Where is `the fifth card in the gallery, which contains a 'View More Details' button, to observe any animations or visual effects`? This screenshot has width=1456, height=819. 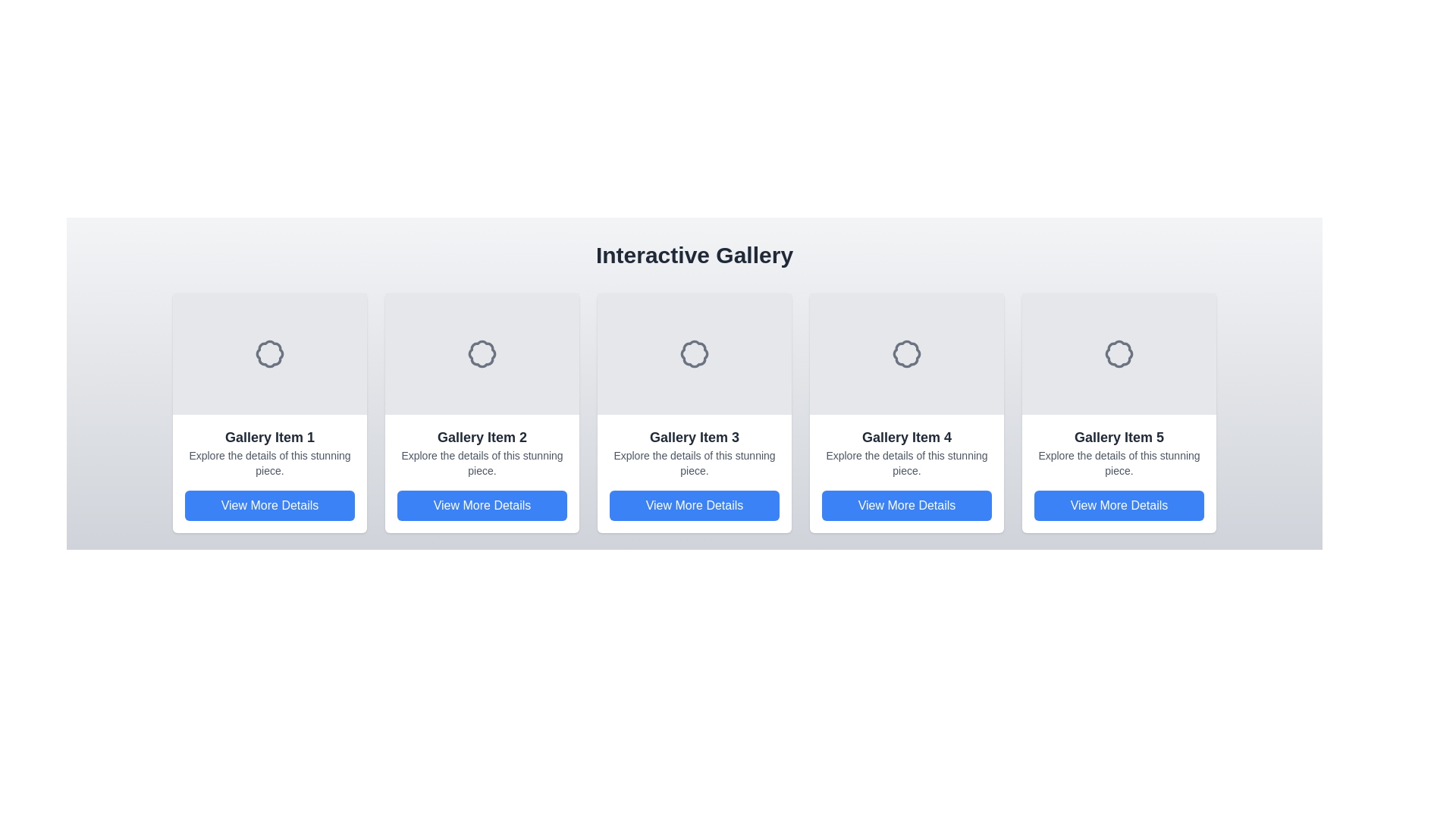 the fifth card in the gallery, which contains a 'View More Details' button, to observe any animations or visual effects is located at coordinates (1119, 472).